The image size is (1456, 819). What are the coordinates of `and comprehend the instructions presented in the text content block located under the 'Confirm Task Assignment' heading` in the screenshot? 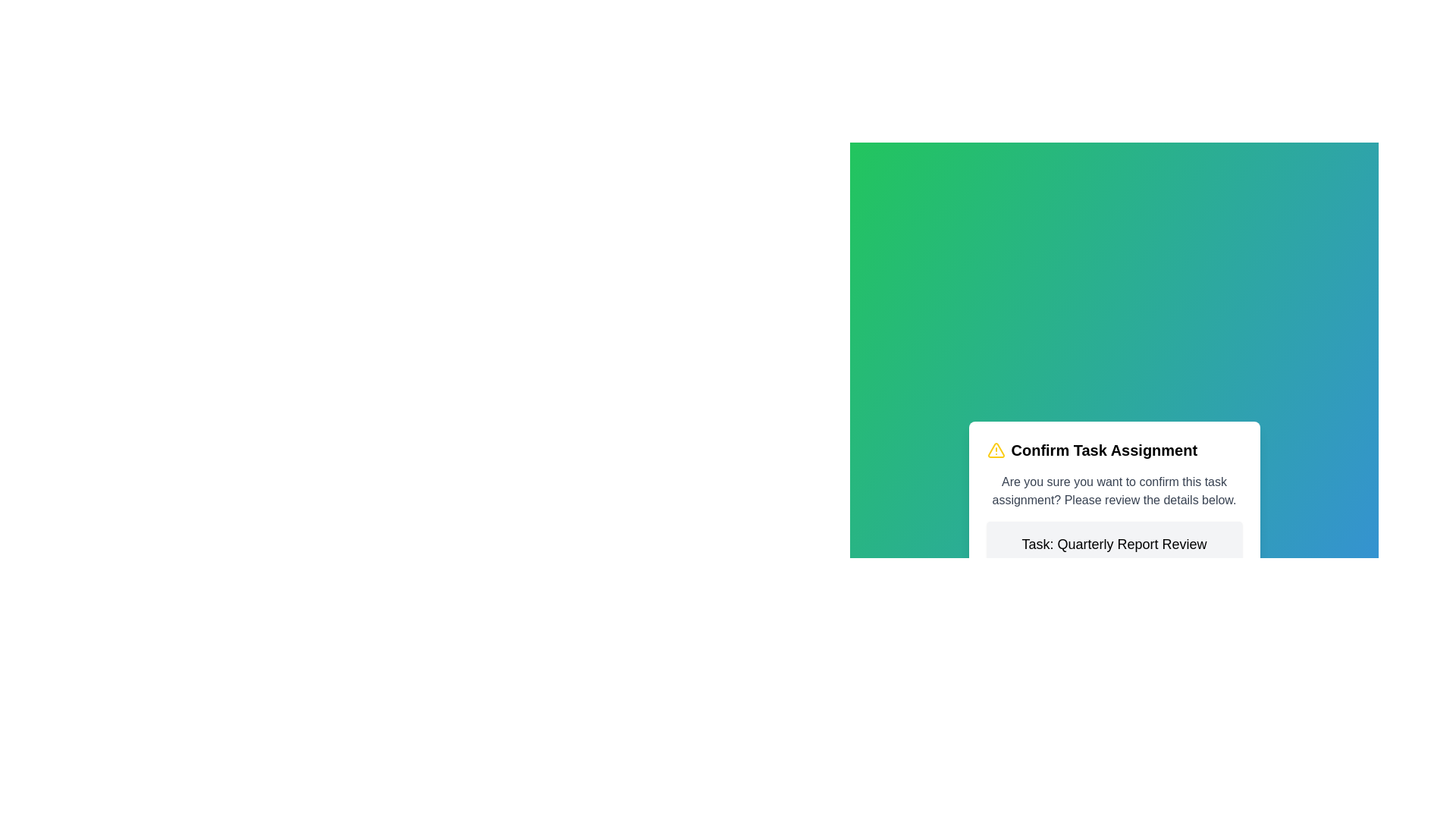 It's located at (1114, 491).